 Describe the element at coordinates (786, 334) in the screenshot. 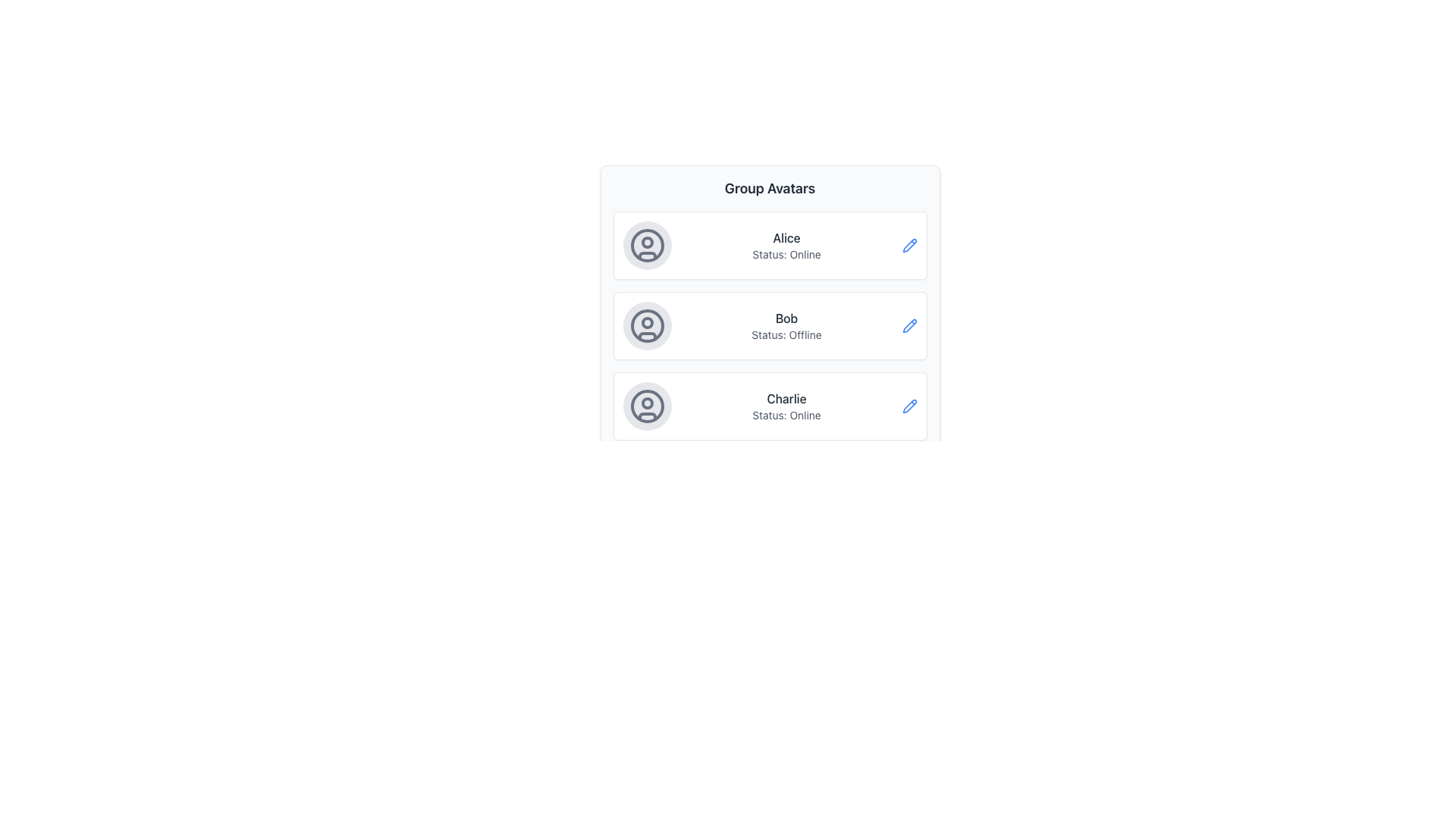

I see `the Text Display indicating the current status of user 'Bob', which shows 'Offline'` at that location.